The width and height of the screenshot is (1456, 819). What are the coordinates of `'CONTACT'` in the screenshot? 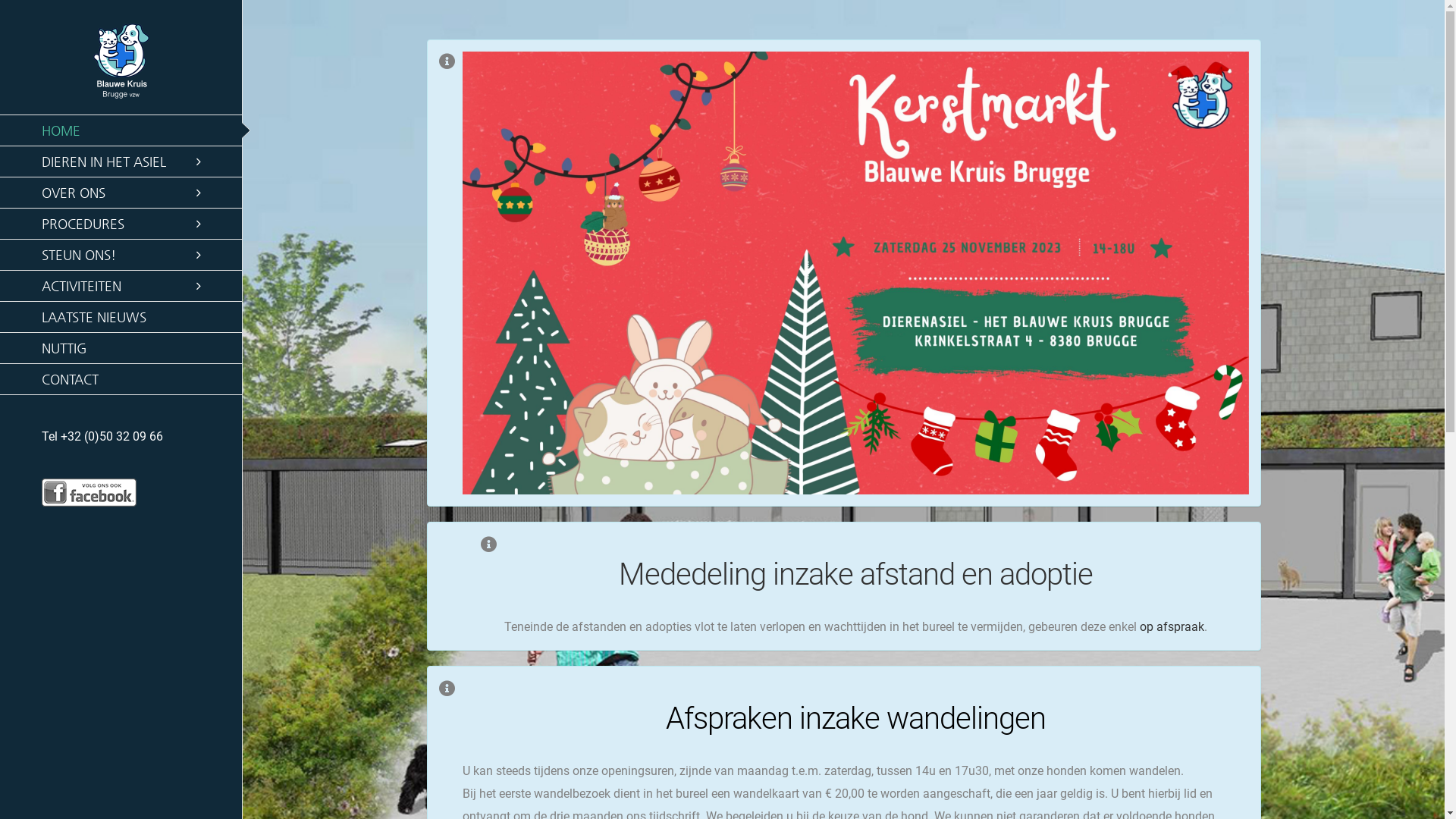 It's located at (120, 378).